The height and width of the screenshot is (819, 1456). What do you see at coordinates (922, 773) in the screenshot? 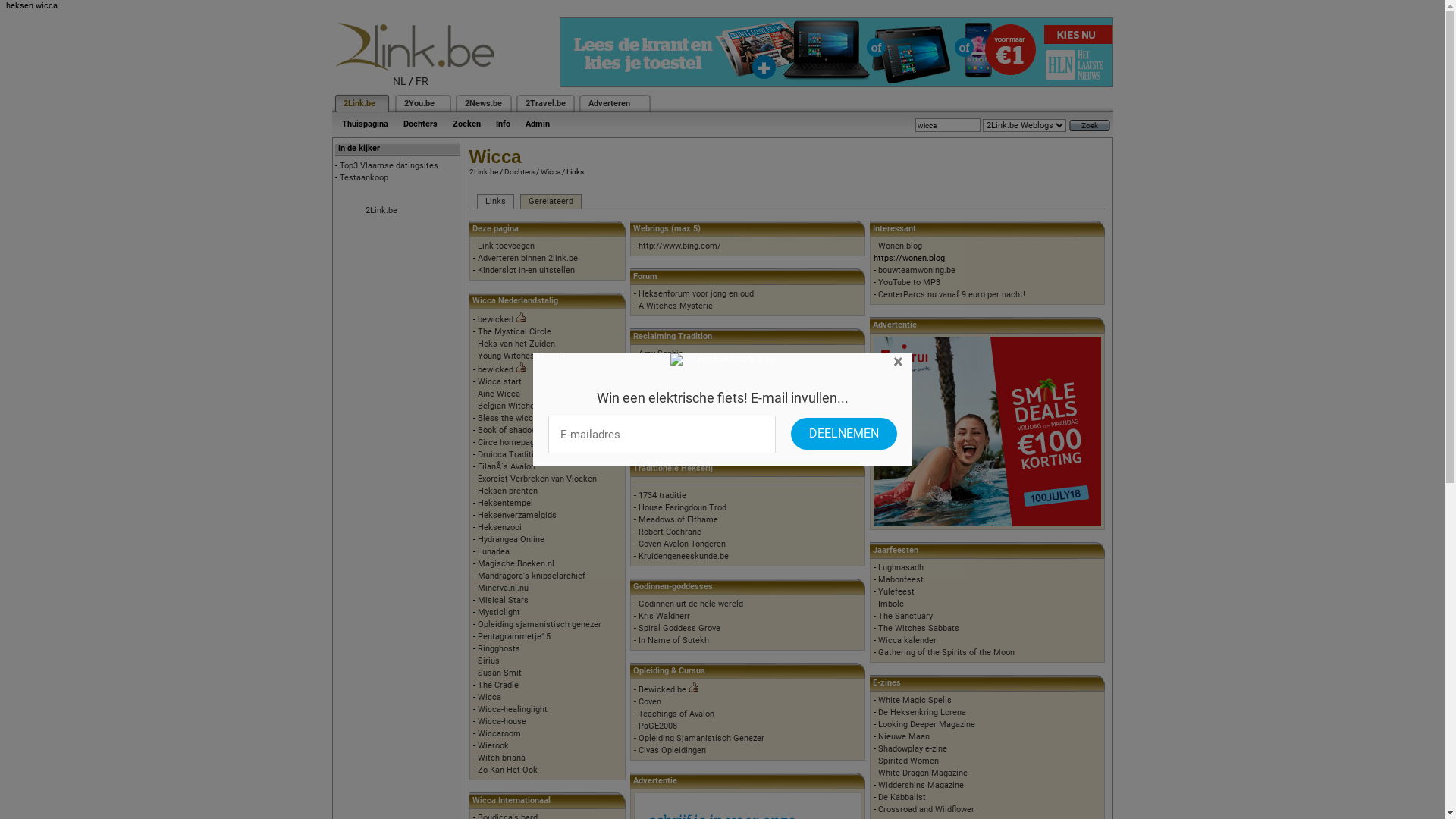
I see `'White Dragon Magazine'` at bounding box center [922, 773].